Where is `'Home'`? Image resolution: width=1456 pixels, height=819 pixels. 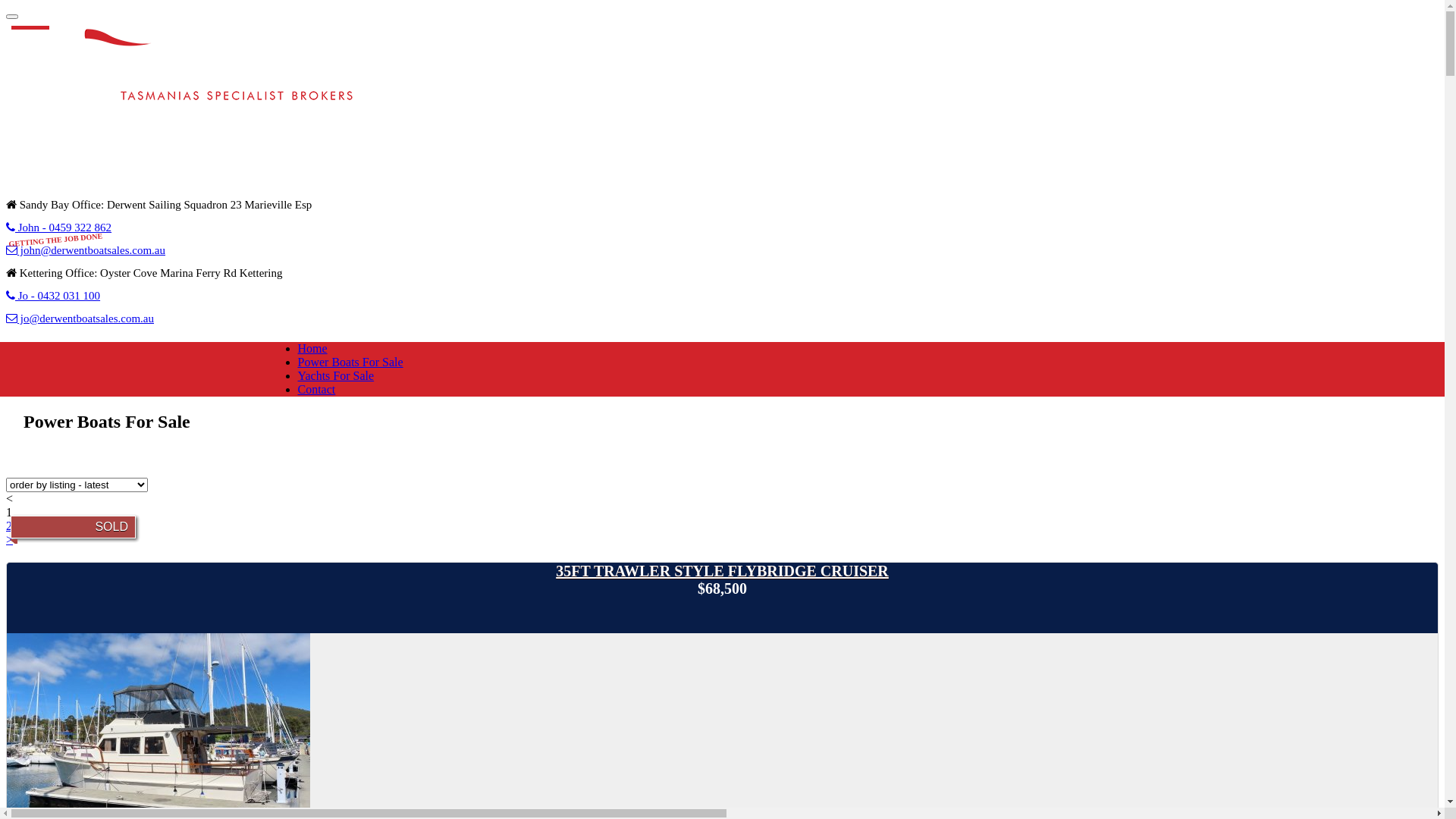
'Home' is located at coordinates (311, 348).